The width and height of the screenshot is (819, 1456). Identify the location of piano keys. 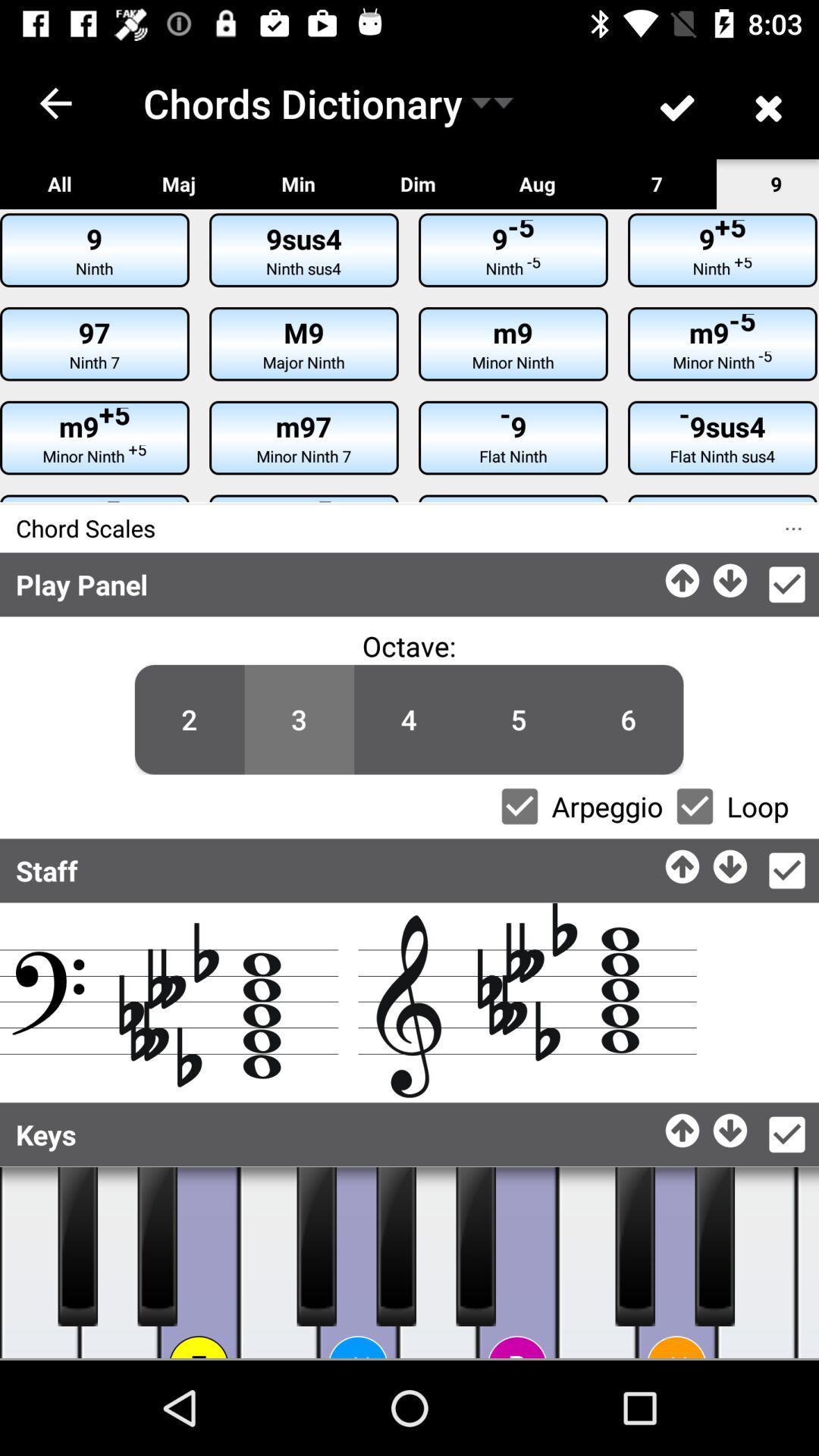
(635, 1246).